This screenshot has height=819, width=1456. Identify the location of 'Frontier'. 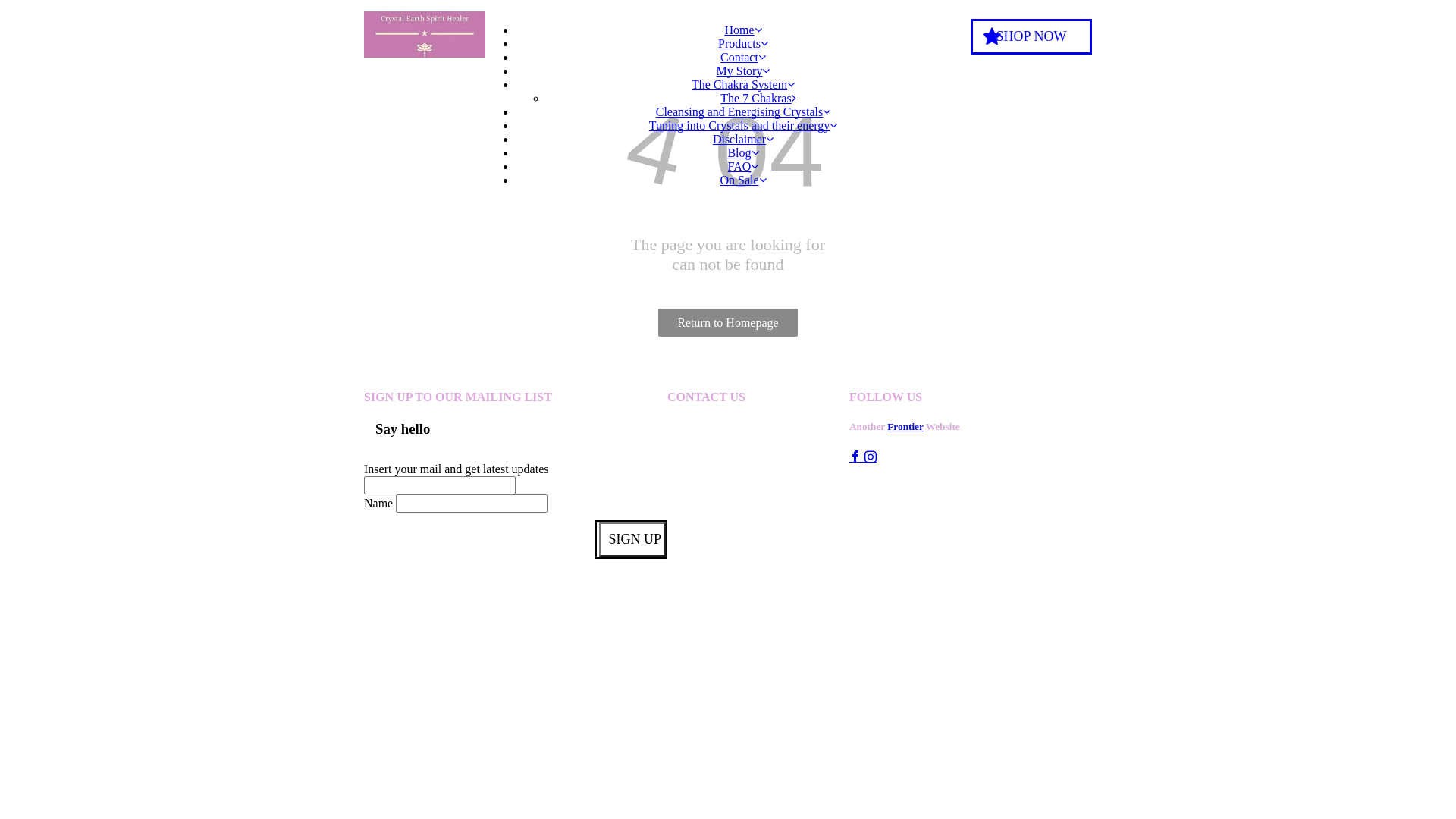
(905, 426).